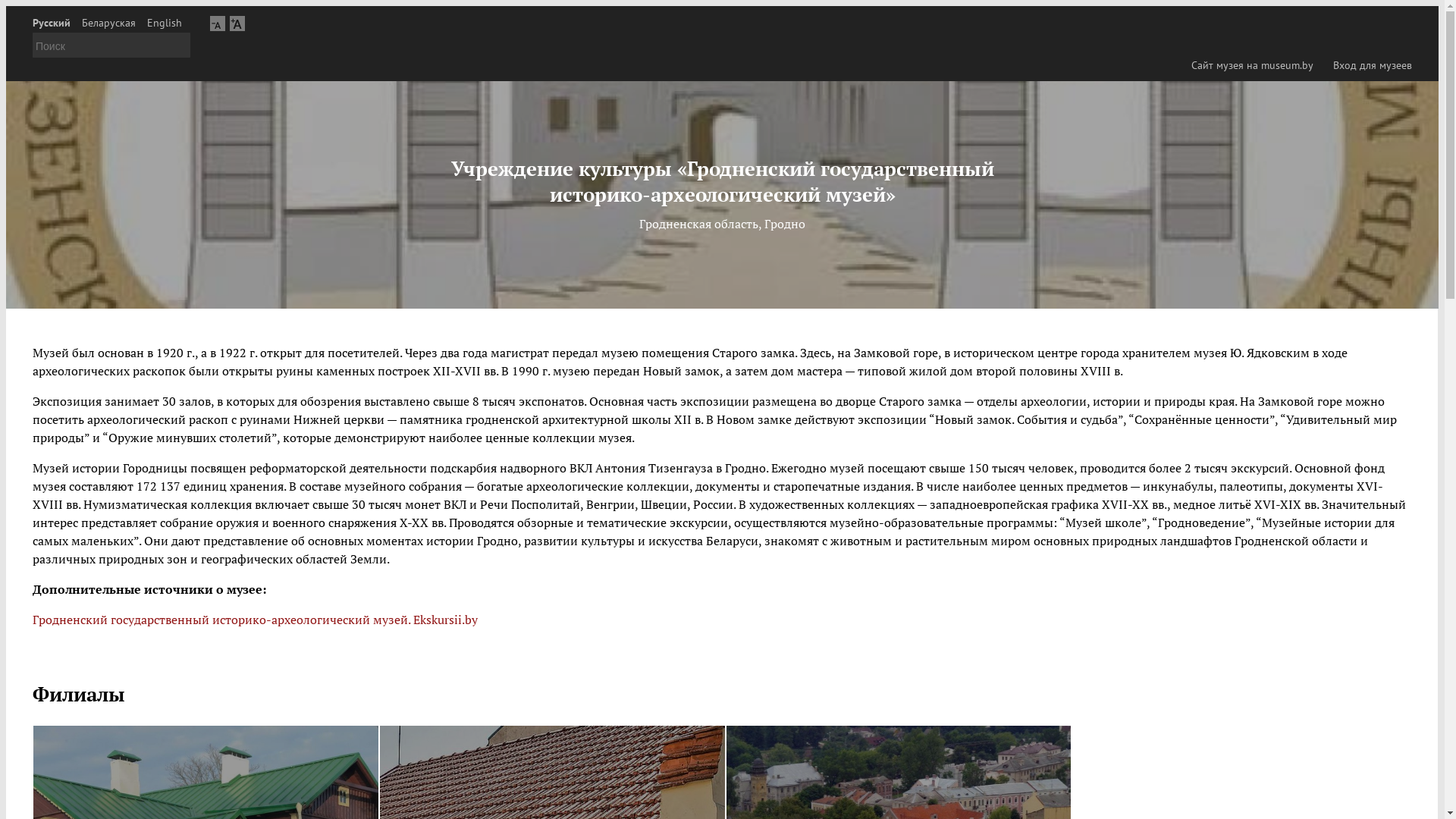 This screenshot has width=1456, height=819. Describe the element at coordinates (236, 23) in the screenshot. I see `'A'` at that location.